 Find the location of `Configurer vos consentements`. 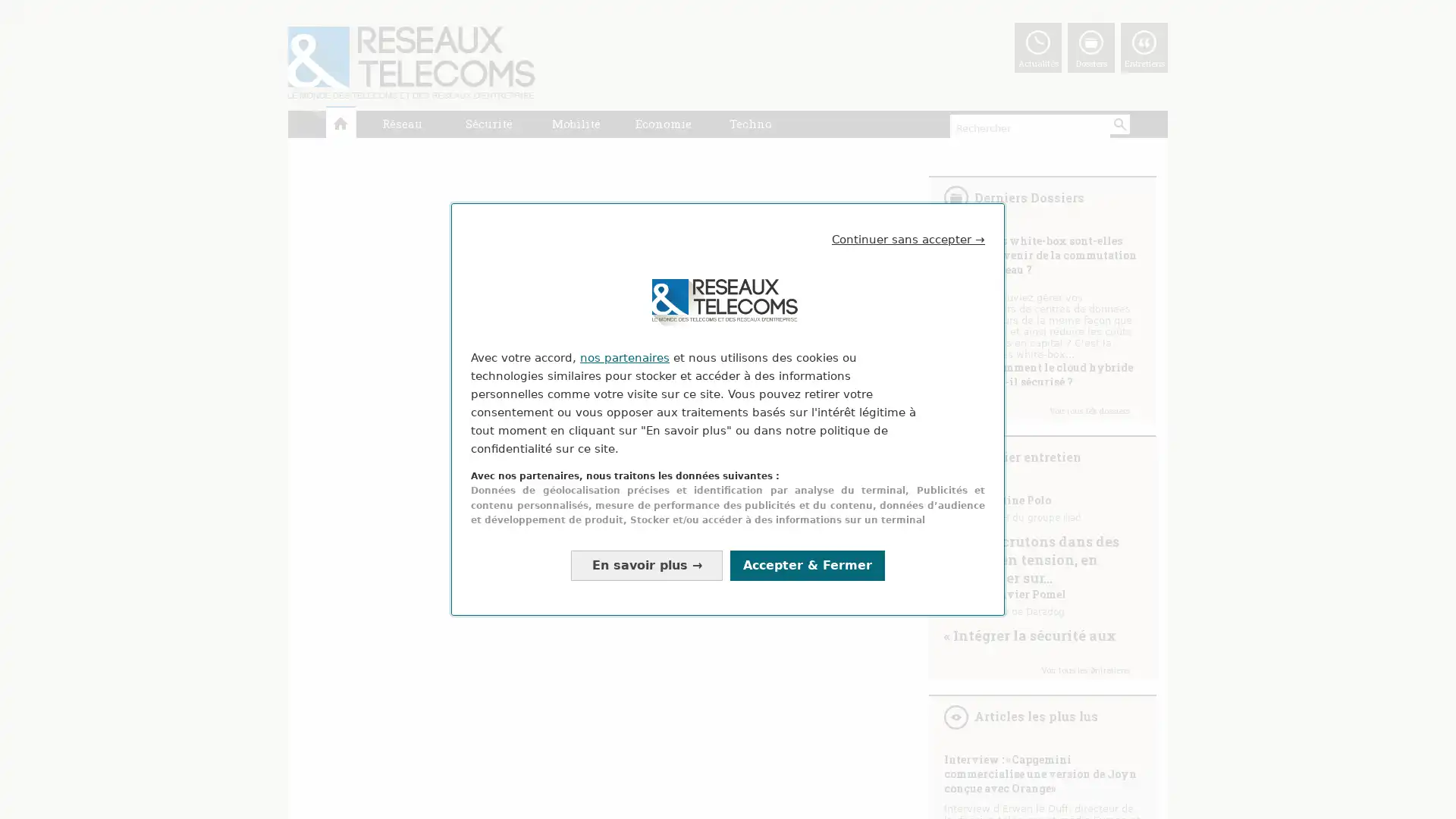

Configurer vos consentements is located at coordinates (647, 565).